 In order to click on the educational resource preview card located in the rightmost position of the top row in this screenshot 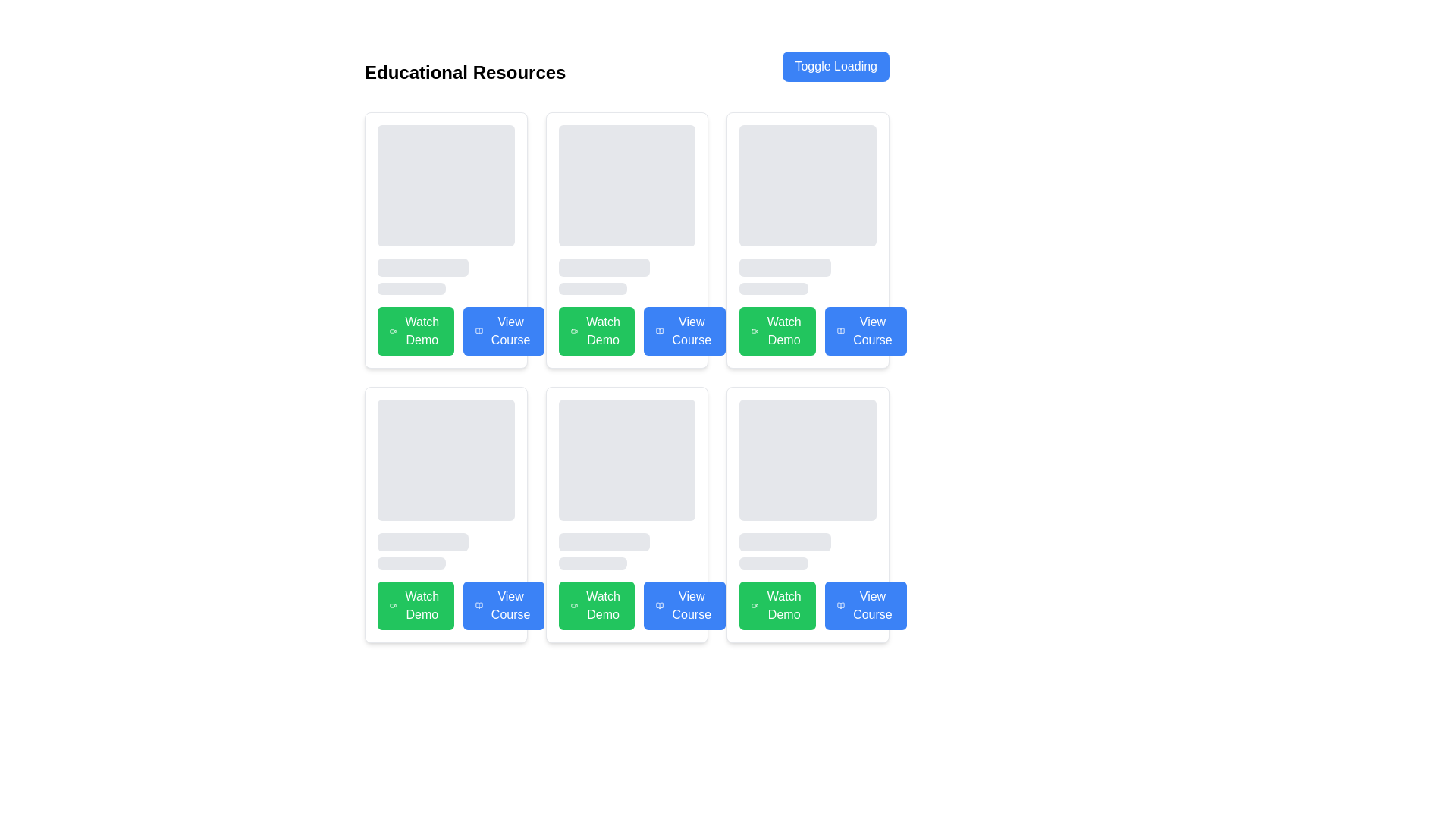, I will do `click(807, 239)`.